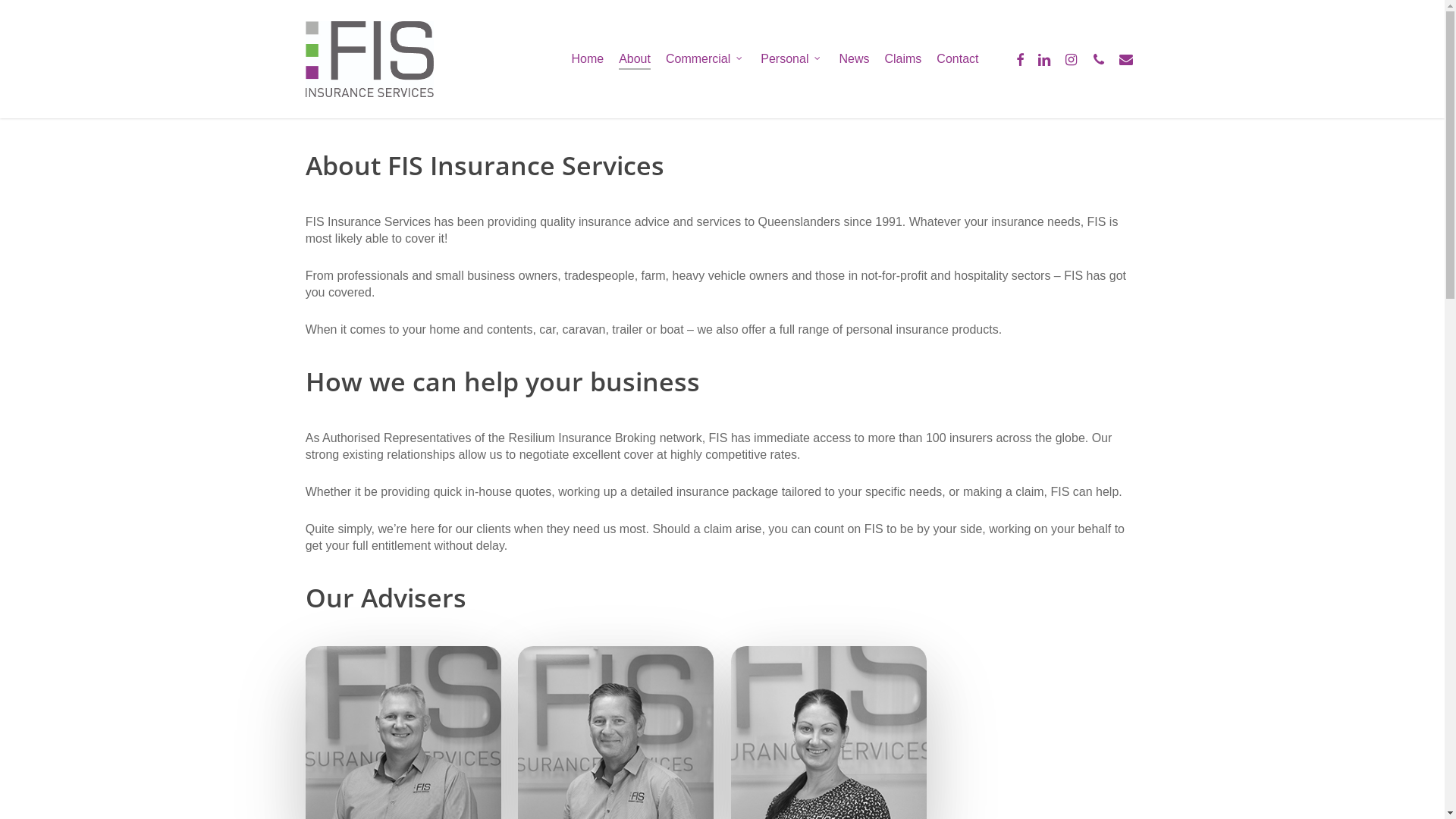 The height and width of the screenshot is (819, 1456). What do you see at coordinates (1019, 58) in the screenshot?
I see `'facebook'` at bounding box center [1019, 58].